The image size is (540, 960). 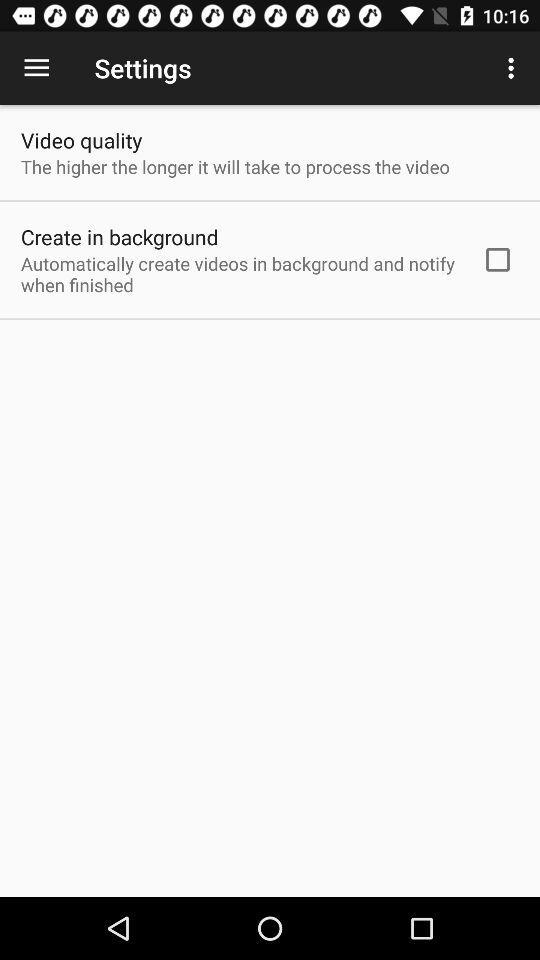 What do you see at coordinates (238, 273) in the screenshot?
I see `icon below create in background` at bounding box center [238, 273].